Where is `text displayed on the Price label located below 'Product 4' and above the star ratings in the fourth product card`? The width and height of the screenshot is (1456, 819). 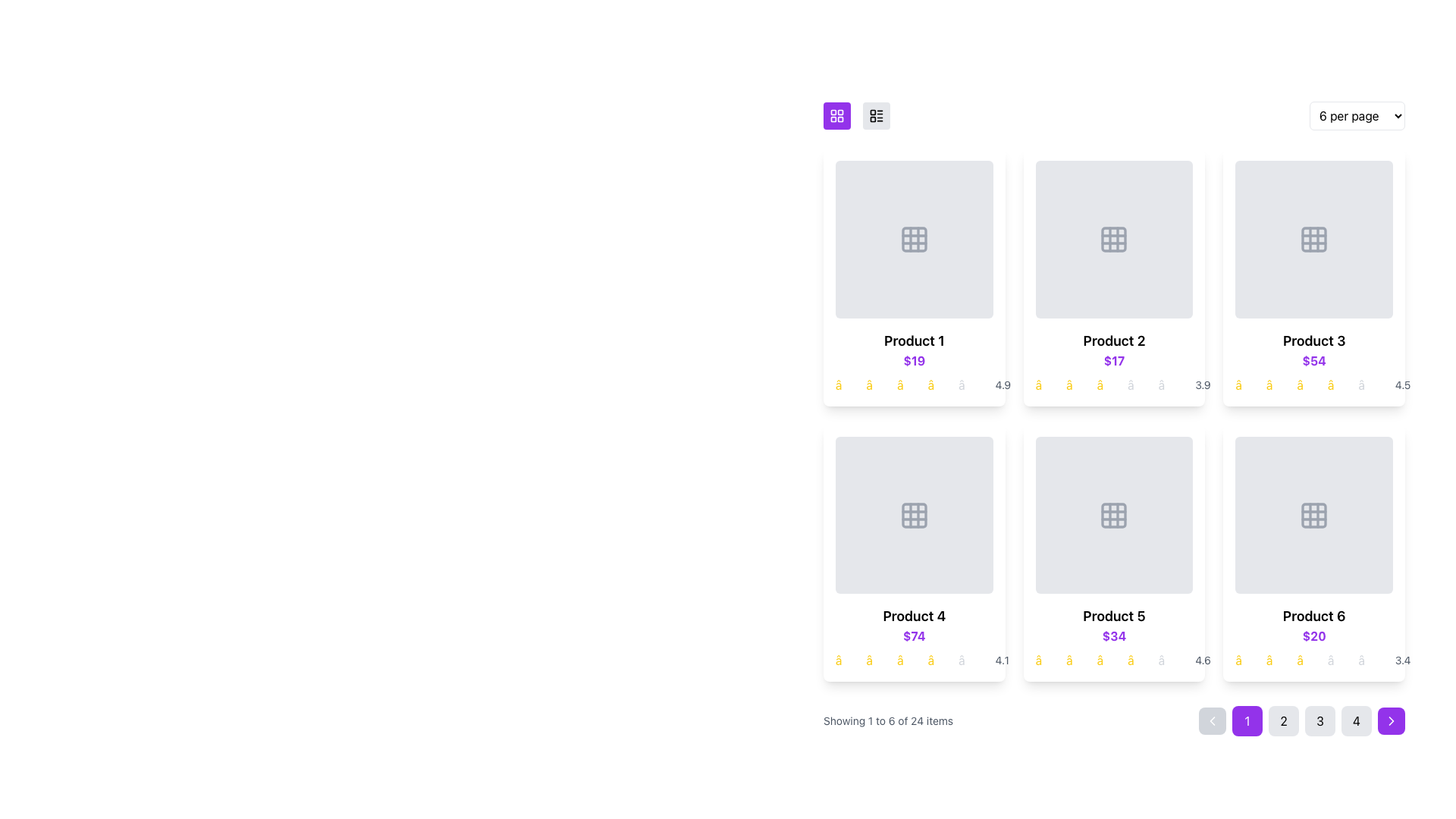 text displayed on the Price label located below 'Product 4' and above the star ratings in the fourth product card is located at coordinates (913, 636).